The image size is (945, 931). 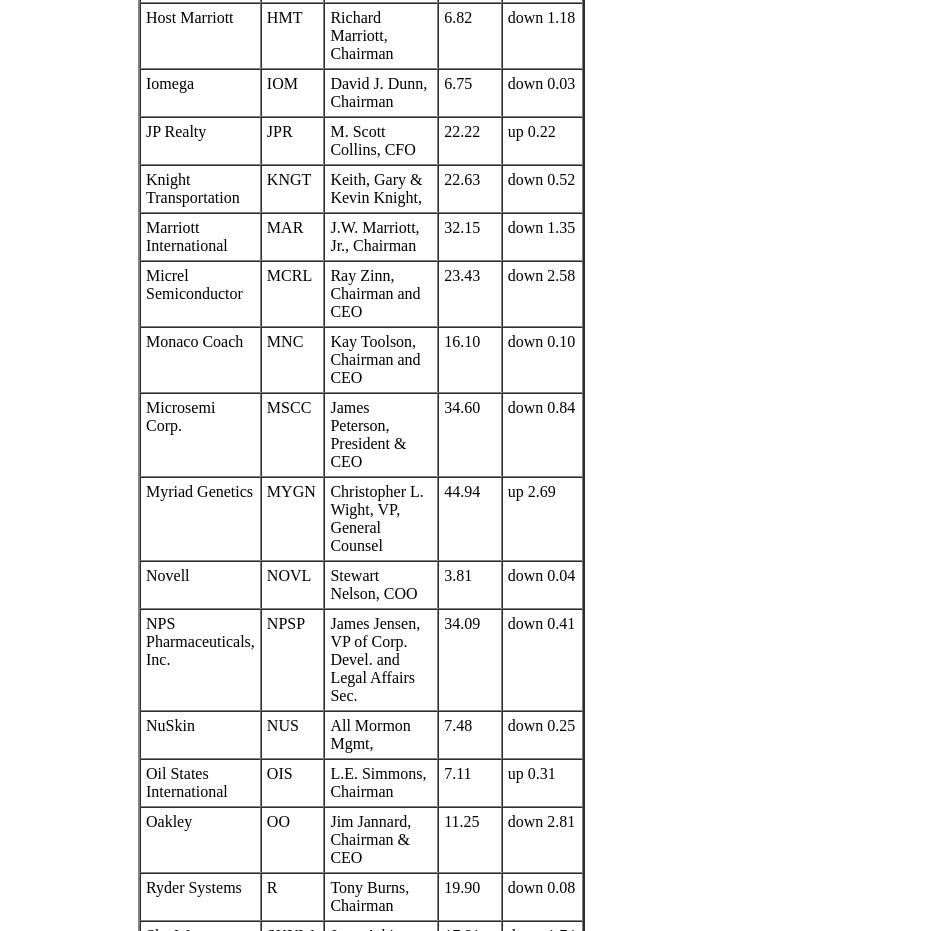 What do you see at coordinates (377, 782) in the screenshot?
I see `'L.E. Simmons, Chairman'` at bounding box center [377, 782].